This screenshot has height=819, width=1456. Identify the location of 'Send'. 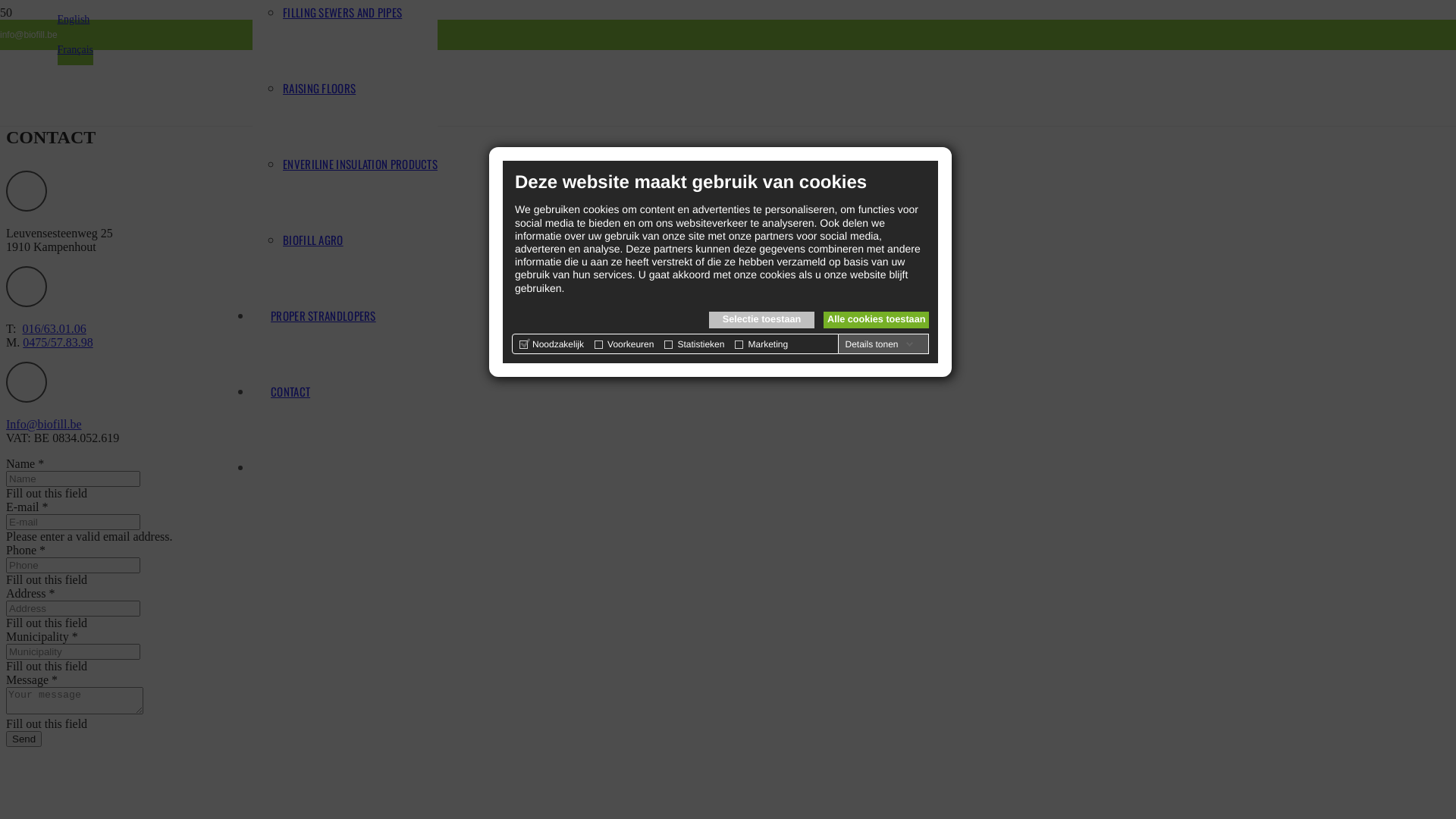
(24, 738).